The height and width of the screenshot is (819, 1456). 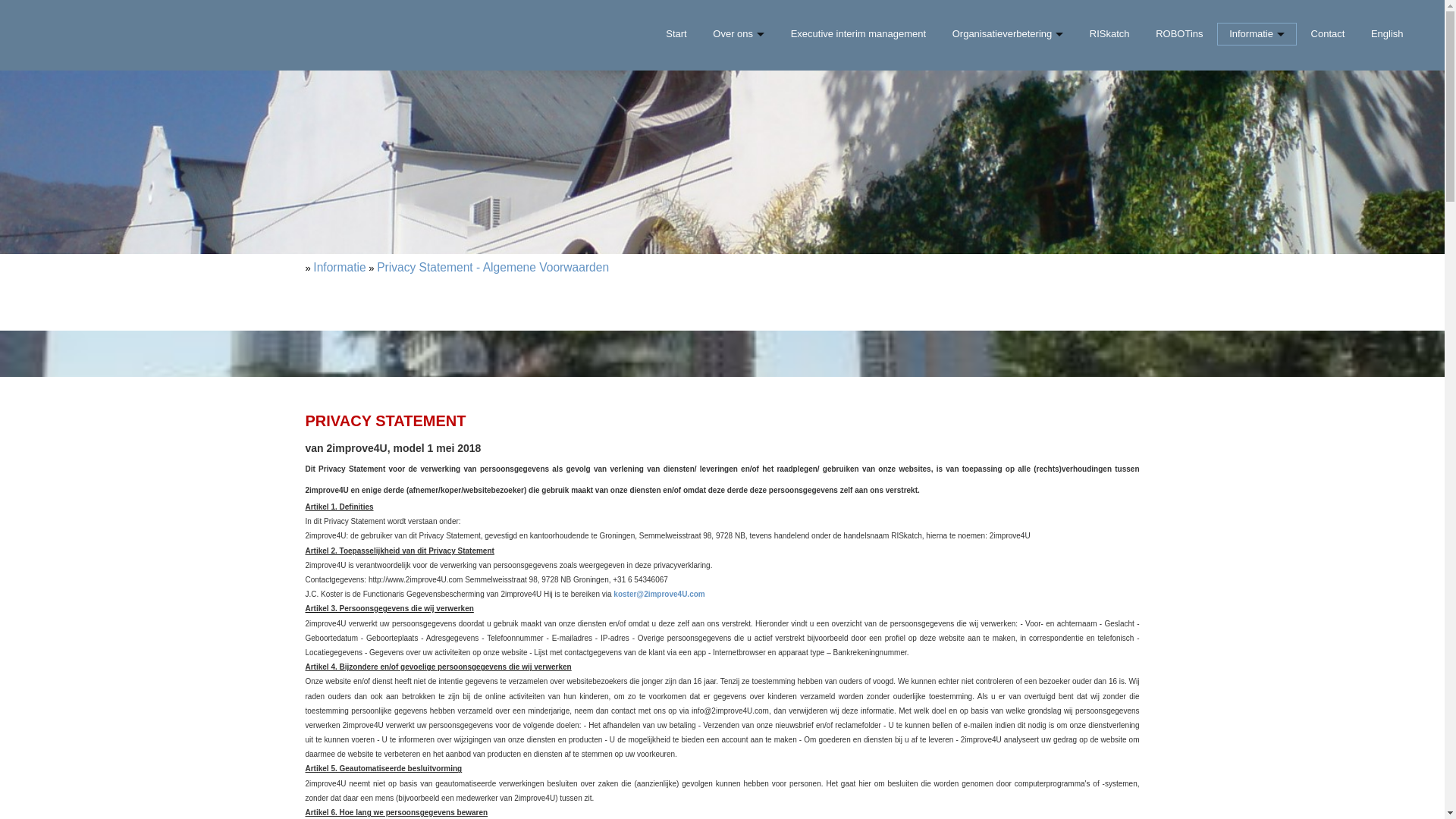 What do you see at coordinates (1078, 34) in the screenshot?
I see `'RISkatch'` at bounding box center [1078, 34].